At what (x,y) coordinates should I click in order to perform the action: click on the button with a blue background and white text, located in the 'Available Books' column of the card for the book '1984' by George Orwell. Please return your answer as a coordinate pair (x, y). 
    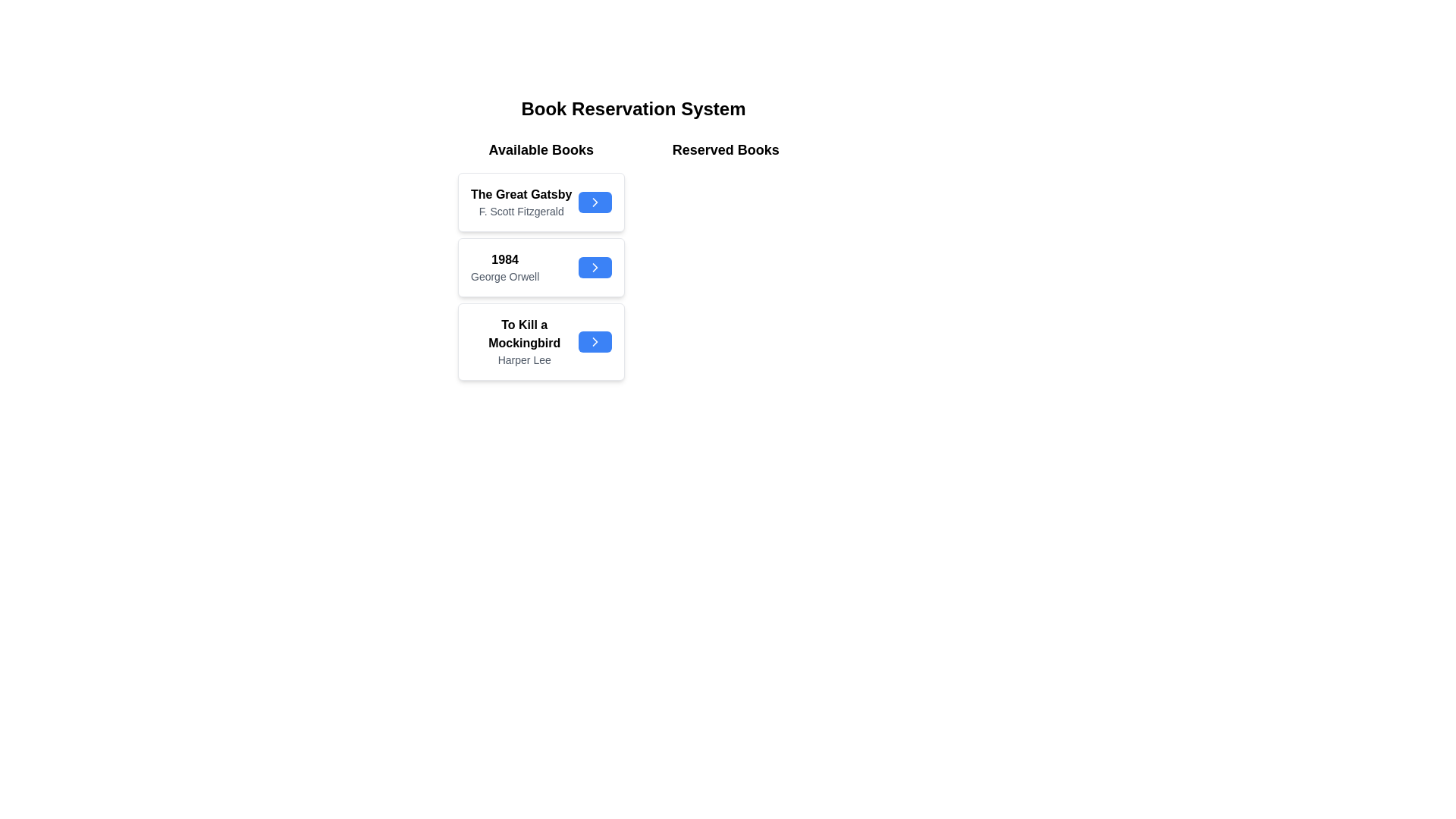
    Looking at the image, I should click on (594, 267).